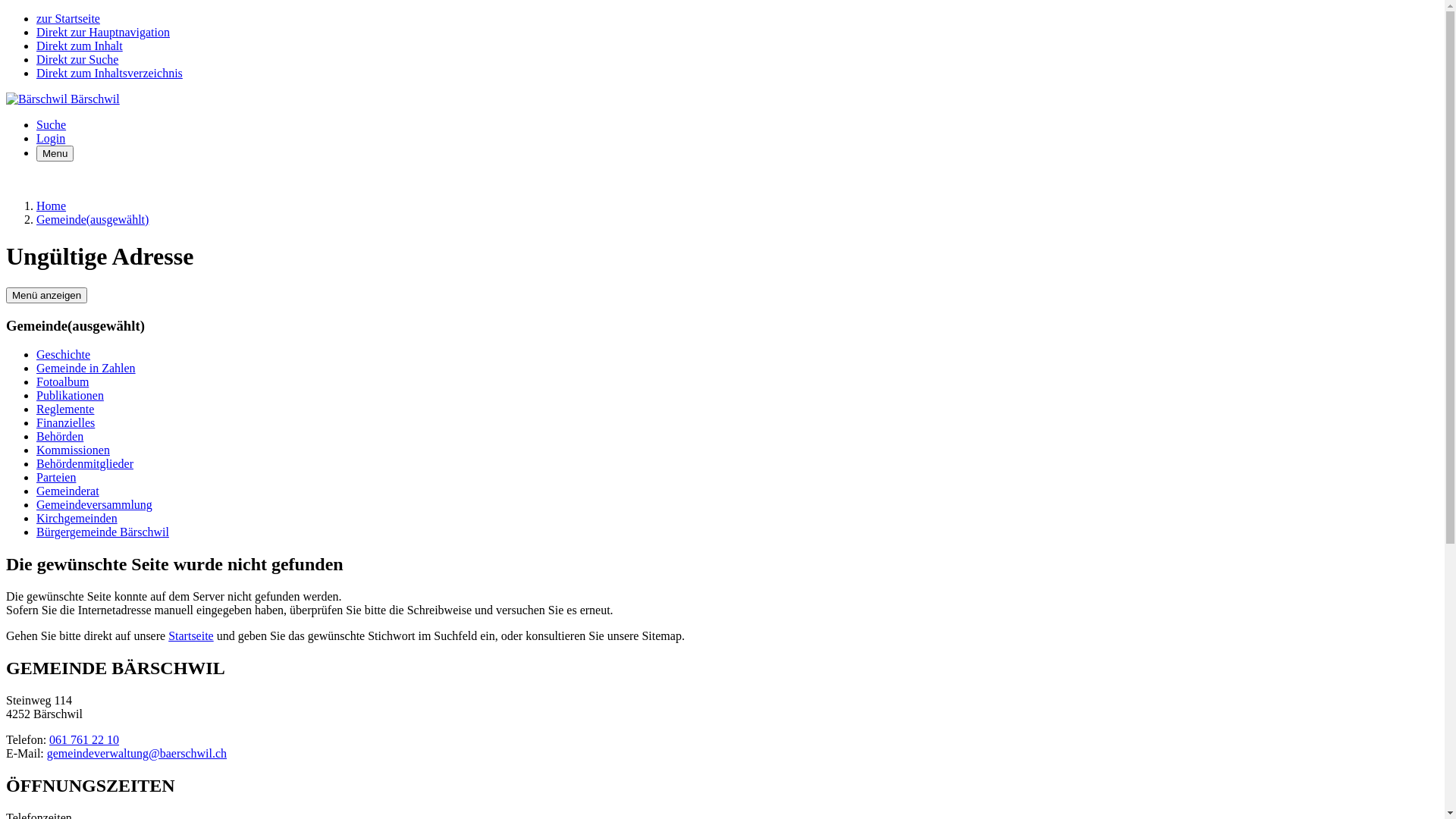 The image size is (1456, 819). What do you see at coordinates (76, 58) in the screenshot?
I see `'Direkt zur Suche'` at bounding box center [76, 58].